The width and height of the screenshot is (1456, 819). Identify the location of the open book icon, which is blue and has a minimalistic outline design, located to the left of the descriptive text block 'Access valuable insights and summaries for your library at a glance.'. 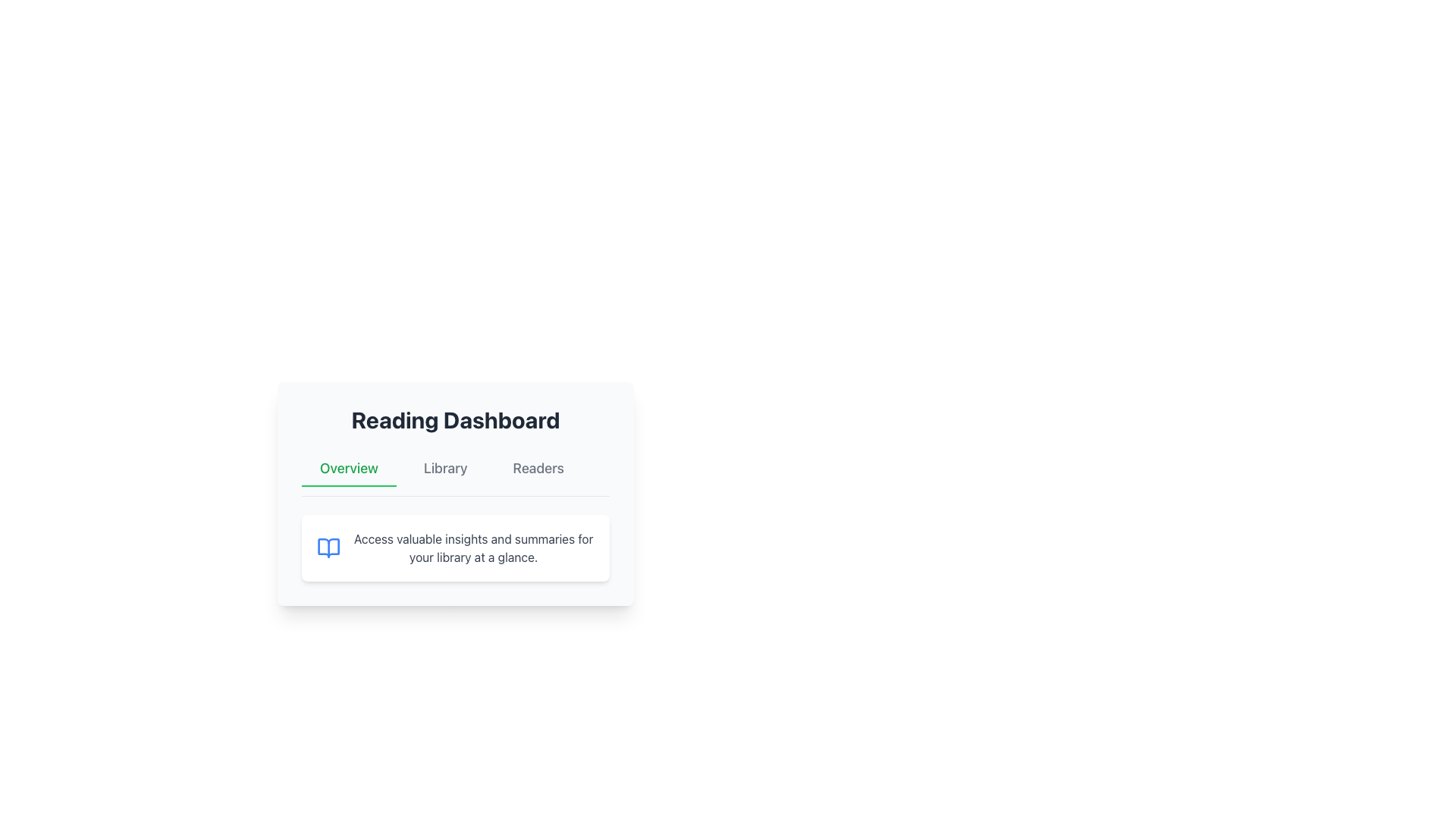
(328, 548).